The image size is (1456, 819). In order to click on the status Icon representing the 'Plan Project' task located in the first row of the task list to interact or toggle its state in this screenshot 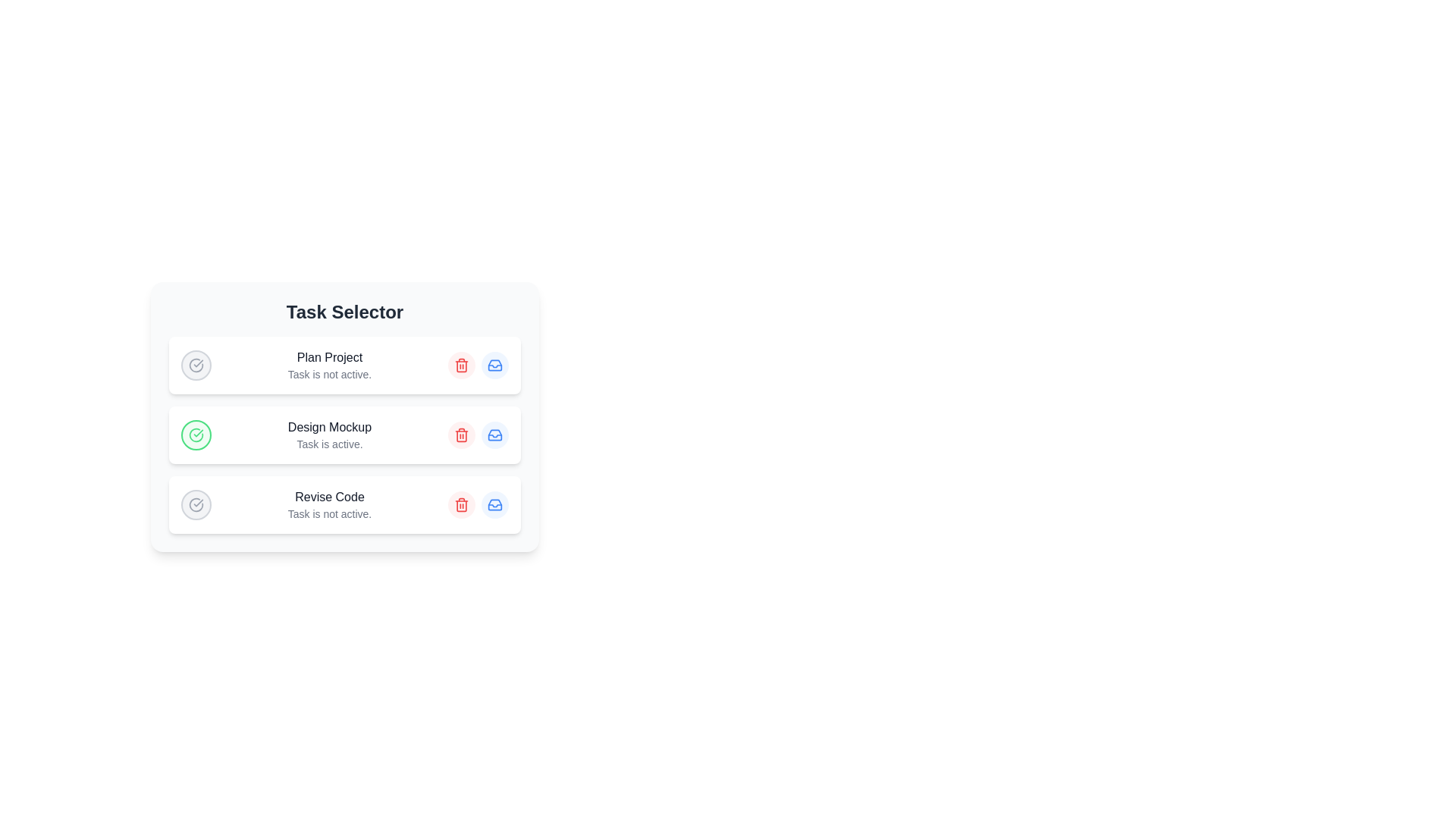, I will do `click(196, 366)`.